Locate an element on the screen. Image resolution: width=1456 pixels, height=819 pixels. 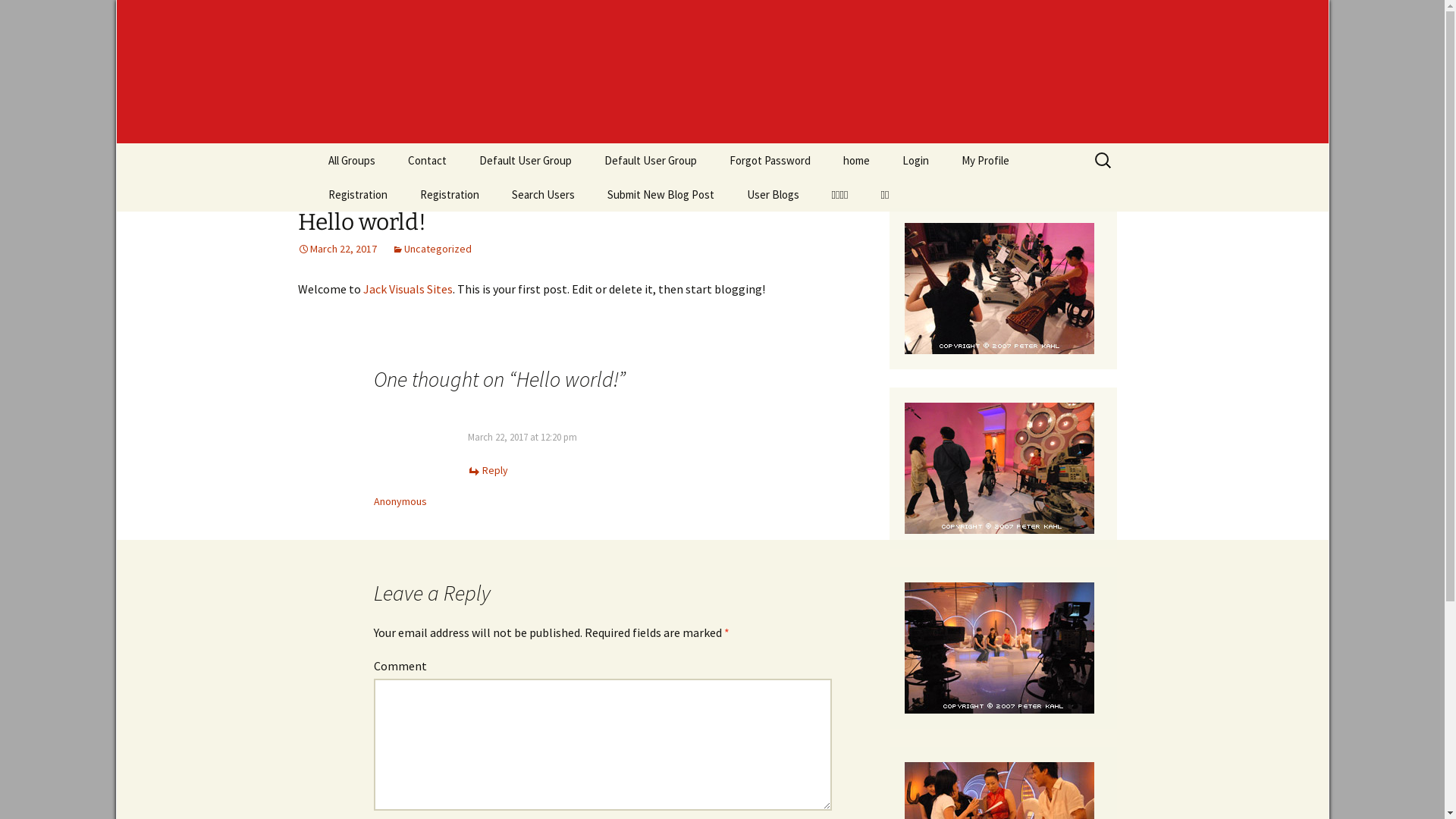
'Default User Group' is located at coordinates (525, 160).